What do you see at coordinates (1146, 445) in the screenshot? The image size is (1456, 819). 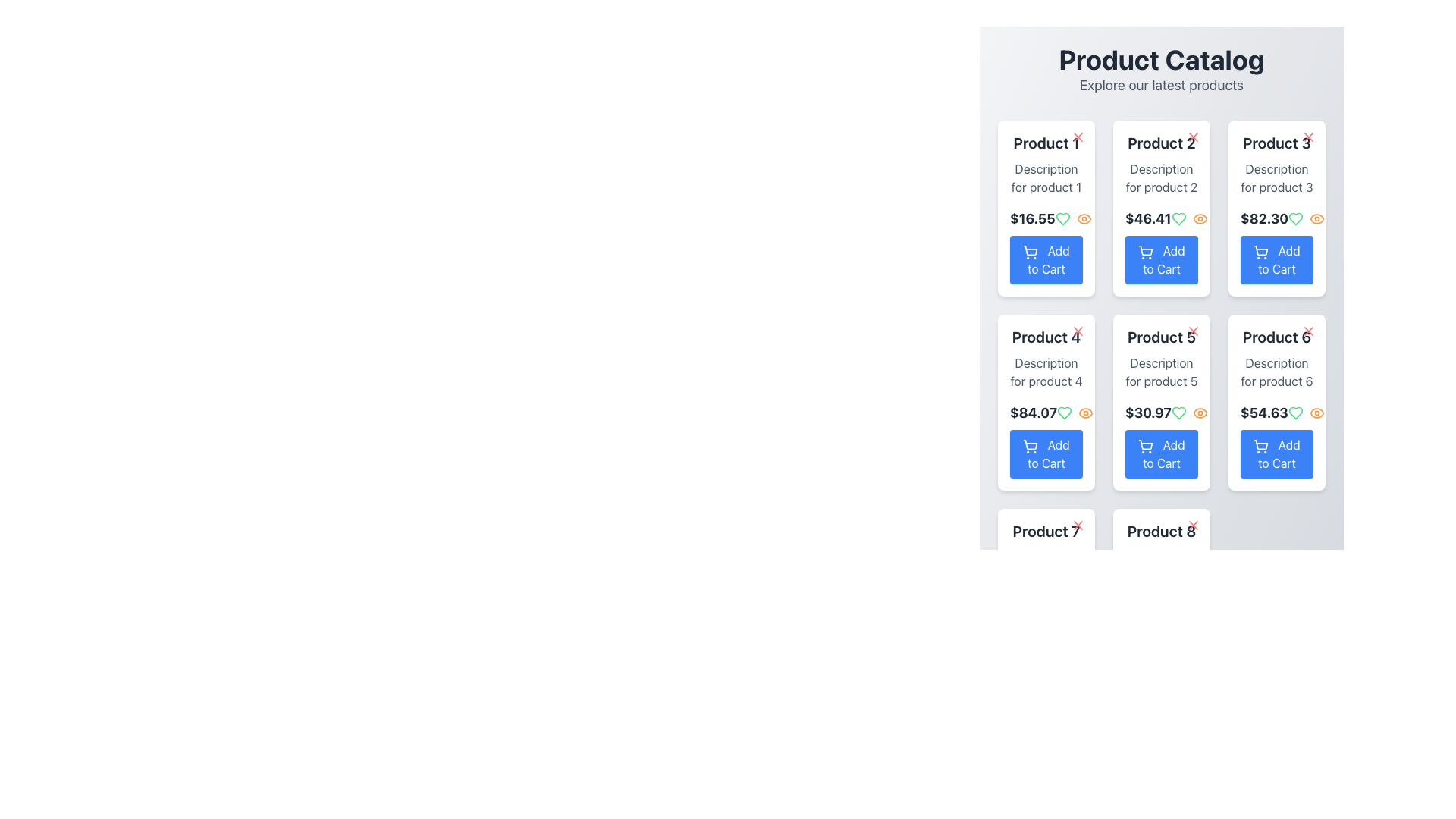 I see `the shopping cart icon within the 'Add to Cart' button` at bounding box center [1146, 445].